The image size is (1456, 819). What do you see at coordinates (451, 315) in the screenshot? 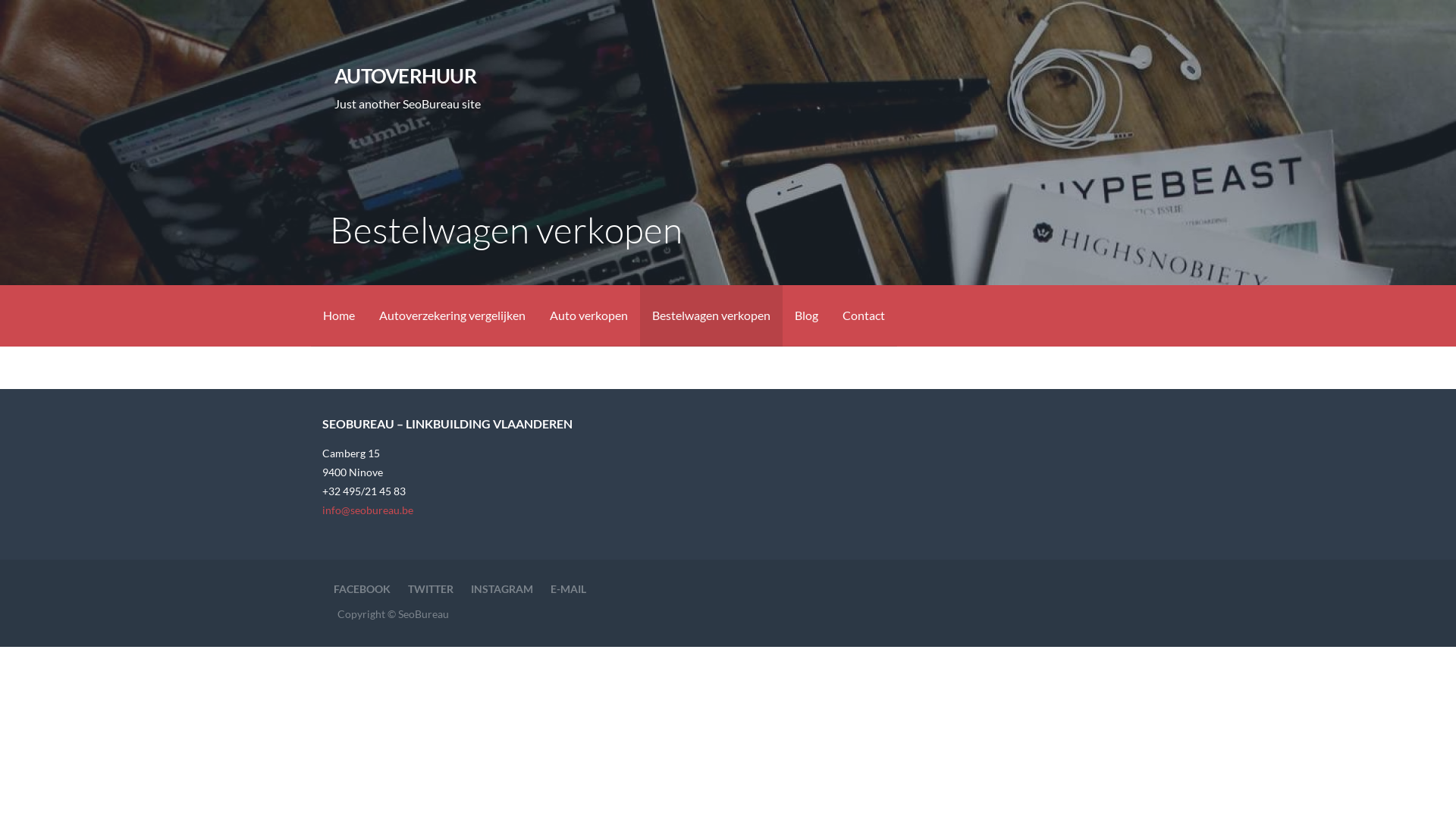
I see `'Autoverzekering vergelijken'` at bounding box center [451, 315].